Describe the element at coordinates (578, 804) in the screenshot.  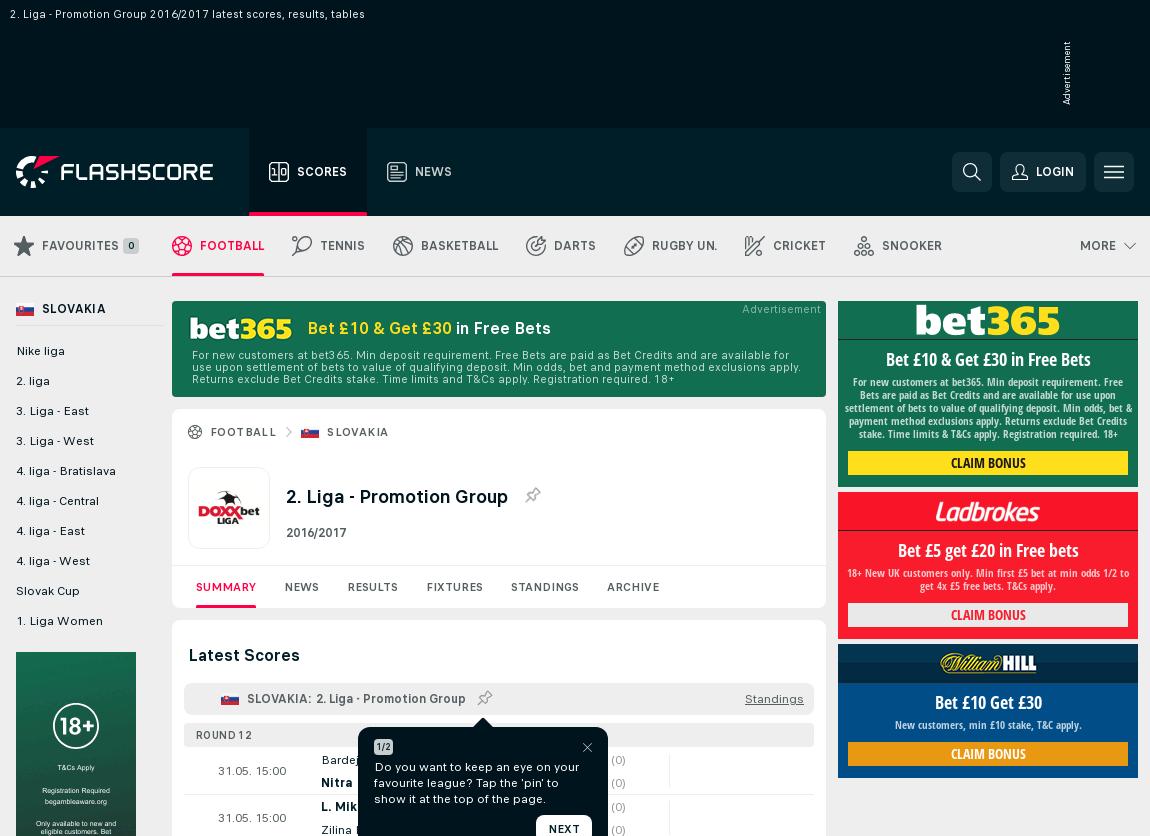
I see `'2'` at that location.